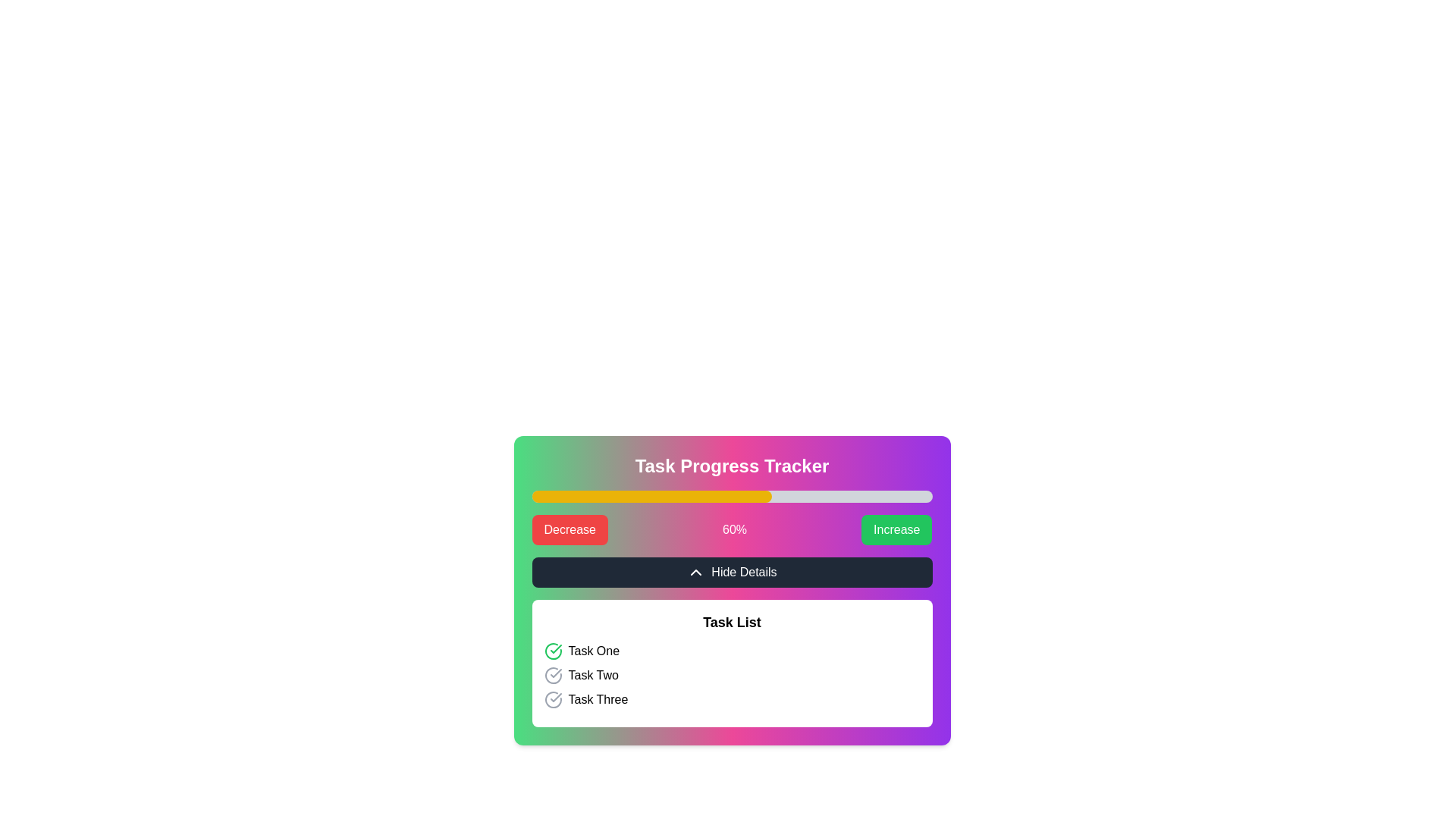 The image size is (1456, 819). Describe the element at coordinates (896, 529) in the screenshot. I see `the green 'Increase' button with rounded edges` at that location.